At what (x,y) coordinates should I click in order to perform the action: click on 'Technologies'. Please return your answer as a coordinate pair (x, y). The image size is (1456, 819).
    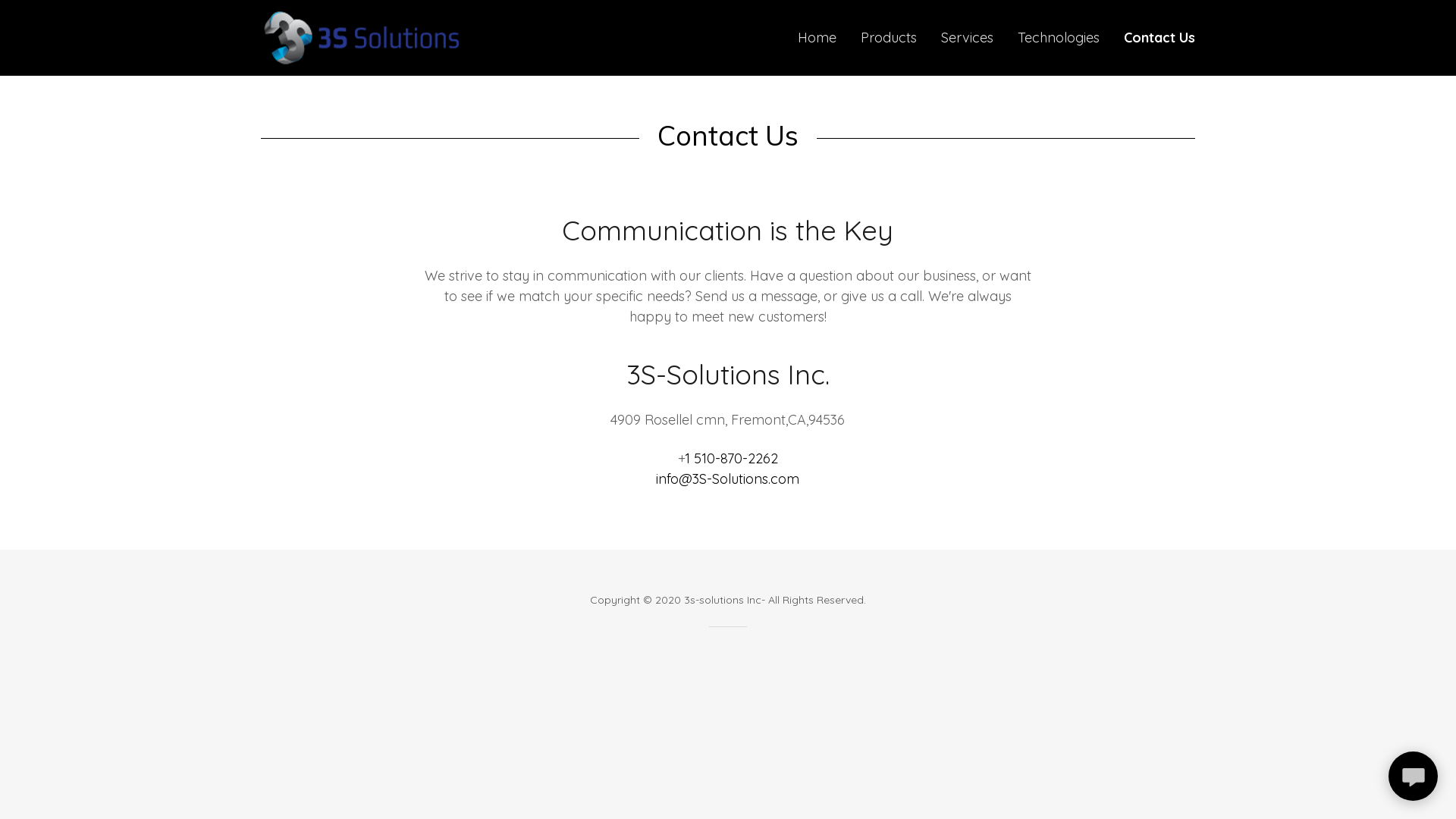
    Looking at the image, I should click on (1012, 37).